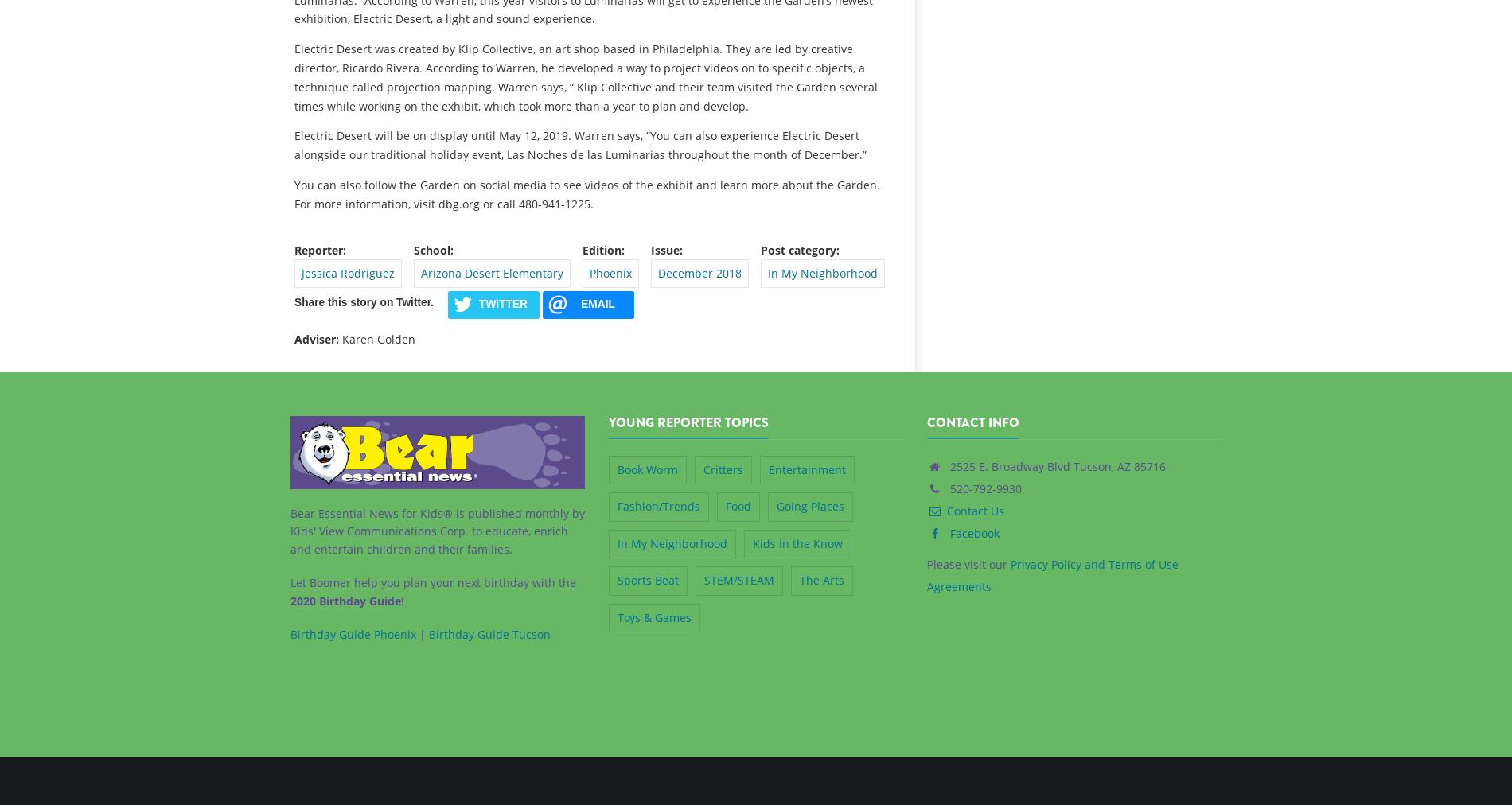 This screenshot has width=1512, height=805. Describe the element at coordinates (737, 580) in the screenshot. I see `'STEM/STEAM'` at that location.